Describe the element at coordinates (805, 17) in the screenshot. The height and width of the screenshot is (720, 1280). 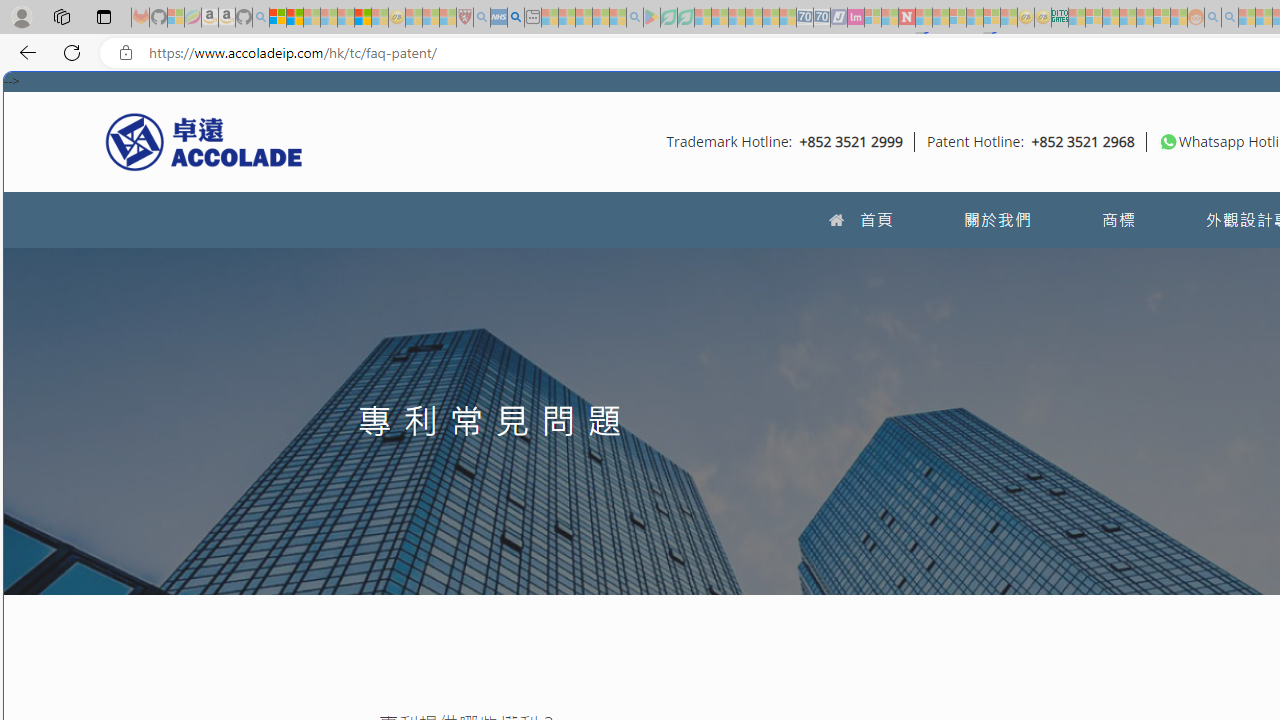
I see `'Cheap Car Rentals - Save70.com - Sleeping'` at that location.